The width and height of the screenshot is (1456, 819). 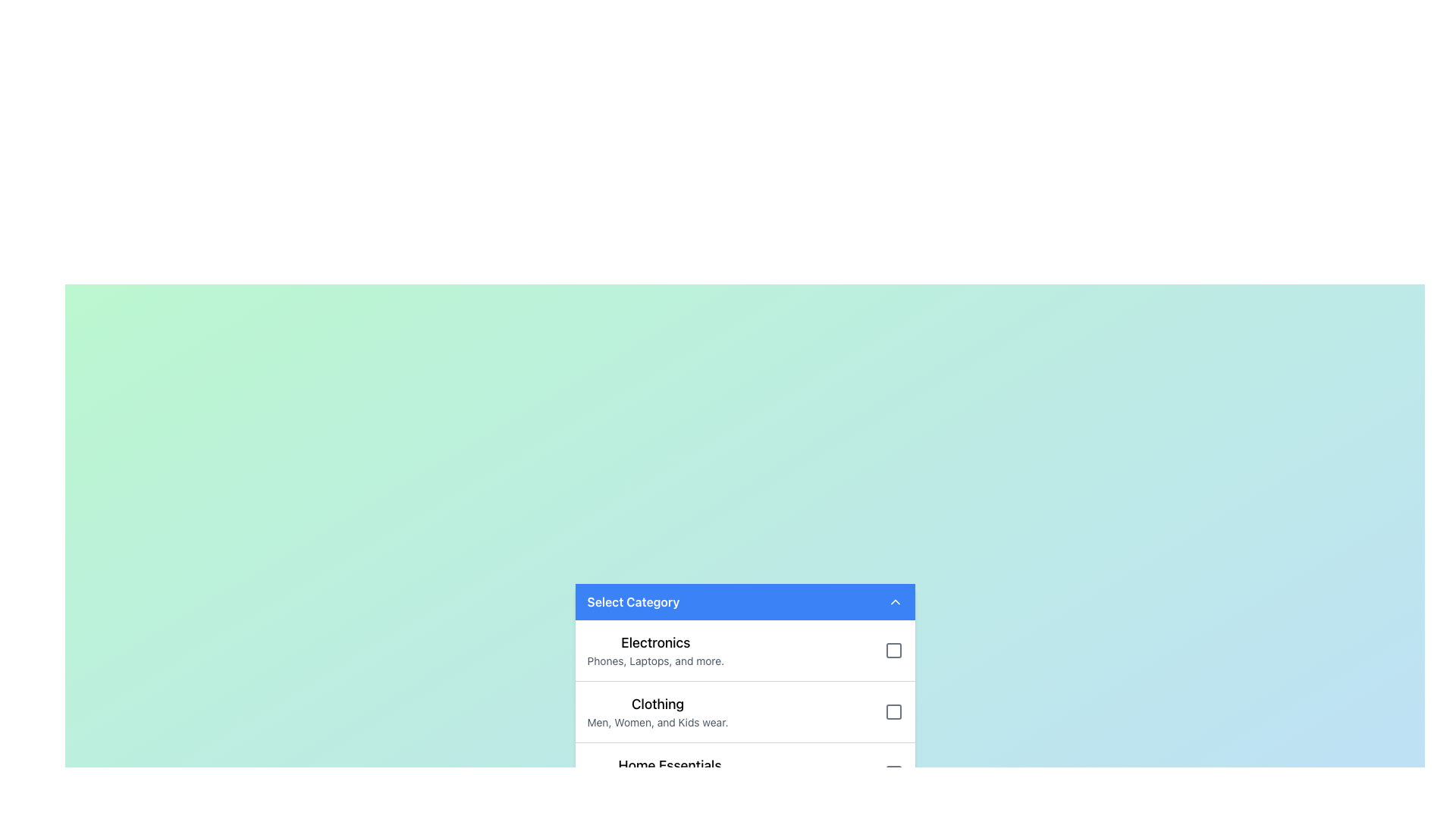 What do you see at coordinates (669, 766) in the screenshot?
I see `the 'Home Essentials' text label, which is the third entry in the category list under 'Select Category'` at bounding box center [669, 766].